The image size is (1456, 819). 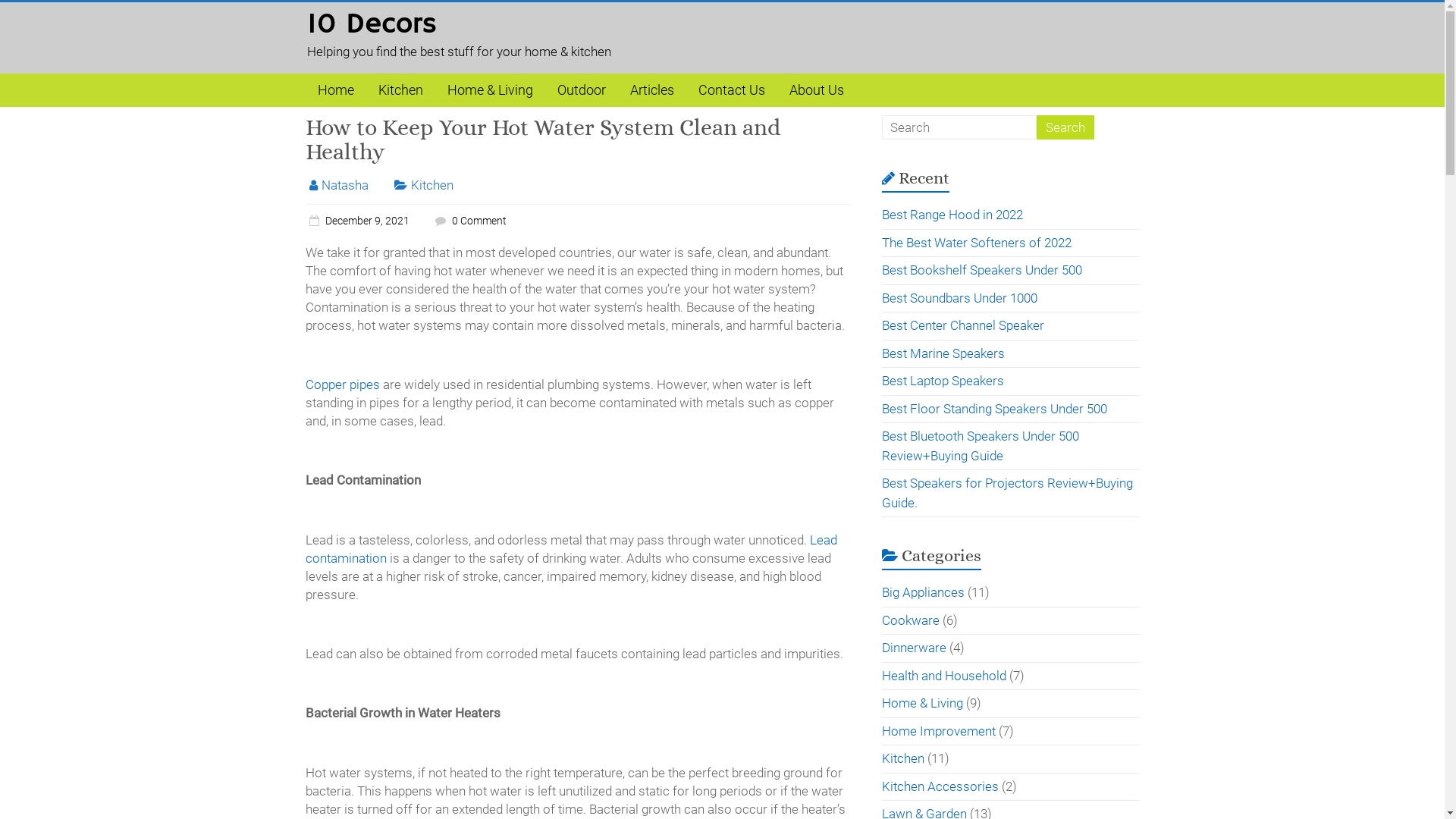 What do you see at coordinates (431, 184) in the screenshot?
I see `'Kitchen'` at bounding box center [431, 184].